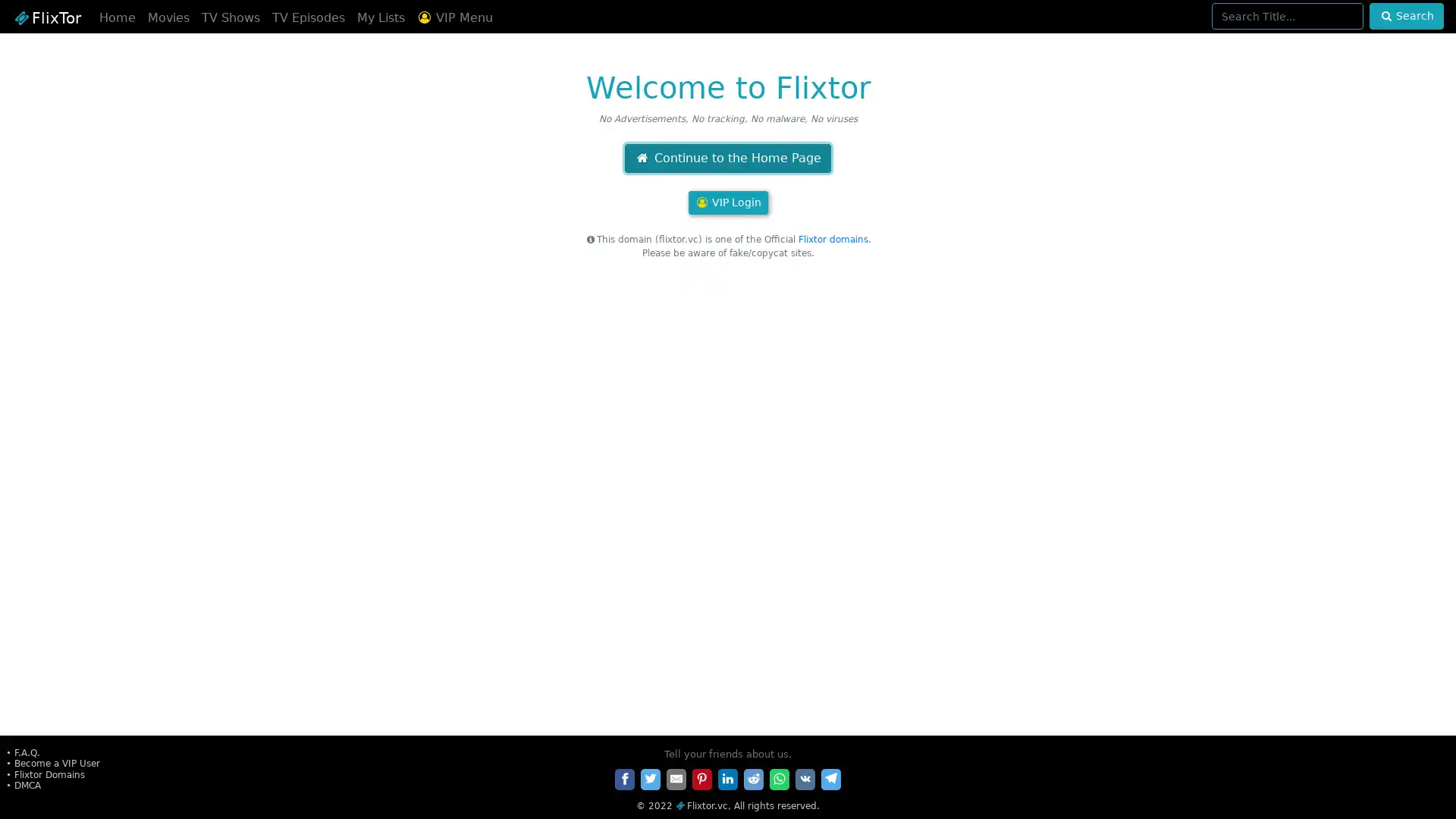 This screenshot has height=819, width=1456. Describe the element at coordinates (453, 17) in the screenshot. I see `VIP Menu` at that location.